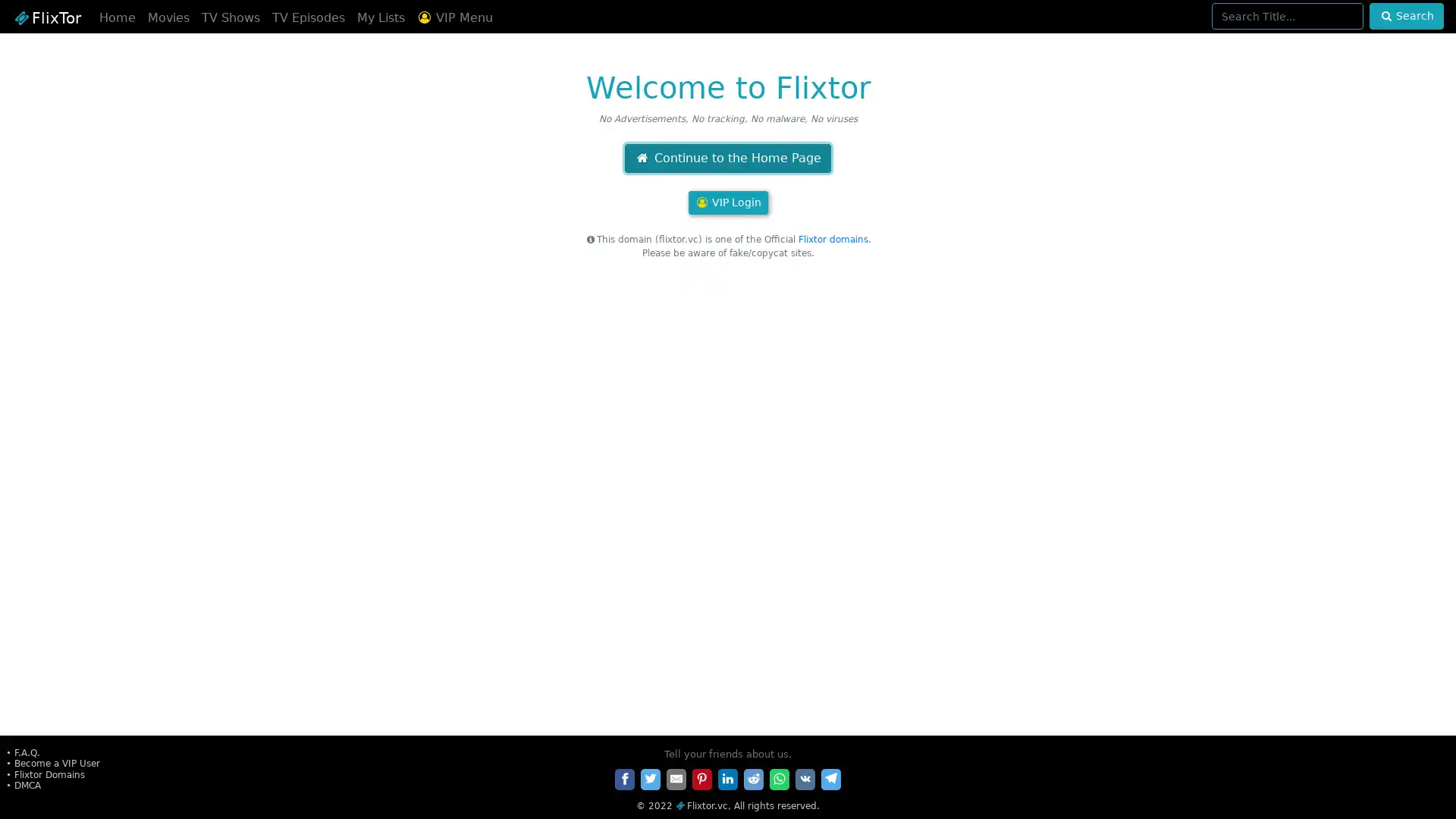 This screenshot has height=819, width=1456. Describe the element at coordinates (453, 17) in the screenshot. I see `VIP Menu` at that location.